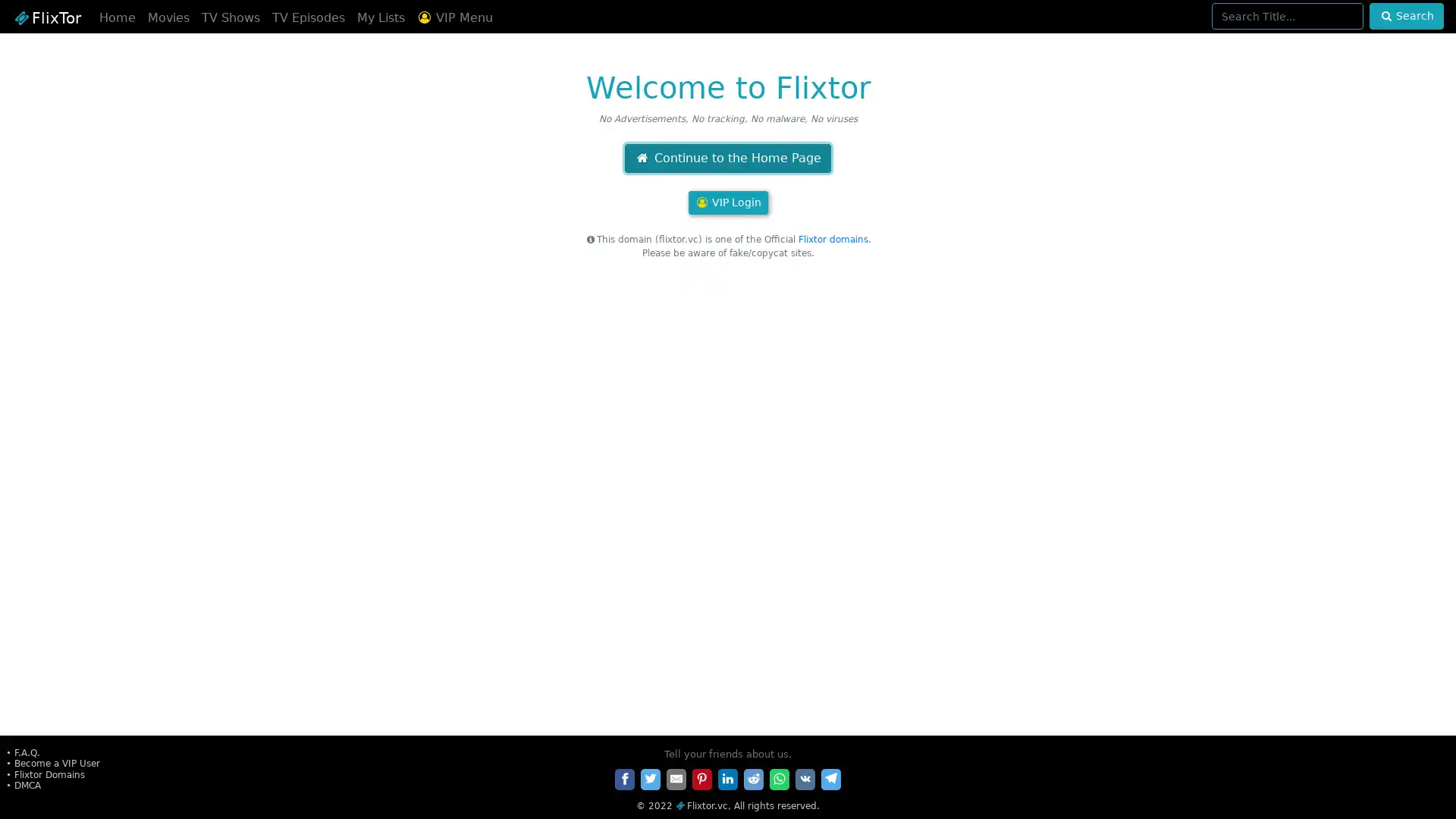 This screenshot has height=819, width=1456. Describe the element at coordinates (453, 17) in the screenshot. I see `VIP Menu` at that location.